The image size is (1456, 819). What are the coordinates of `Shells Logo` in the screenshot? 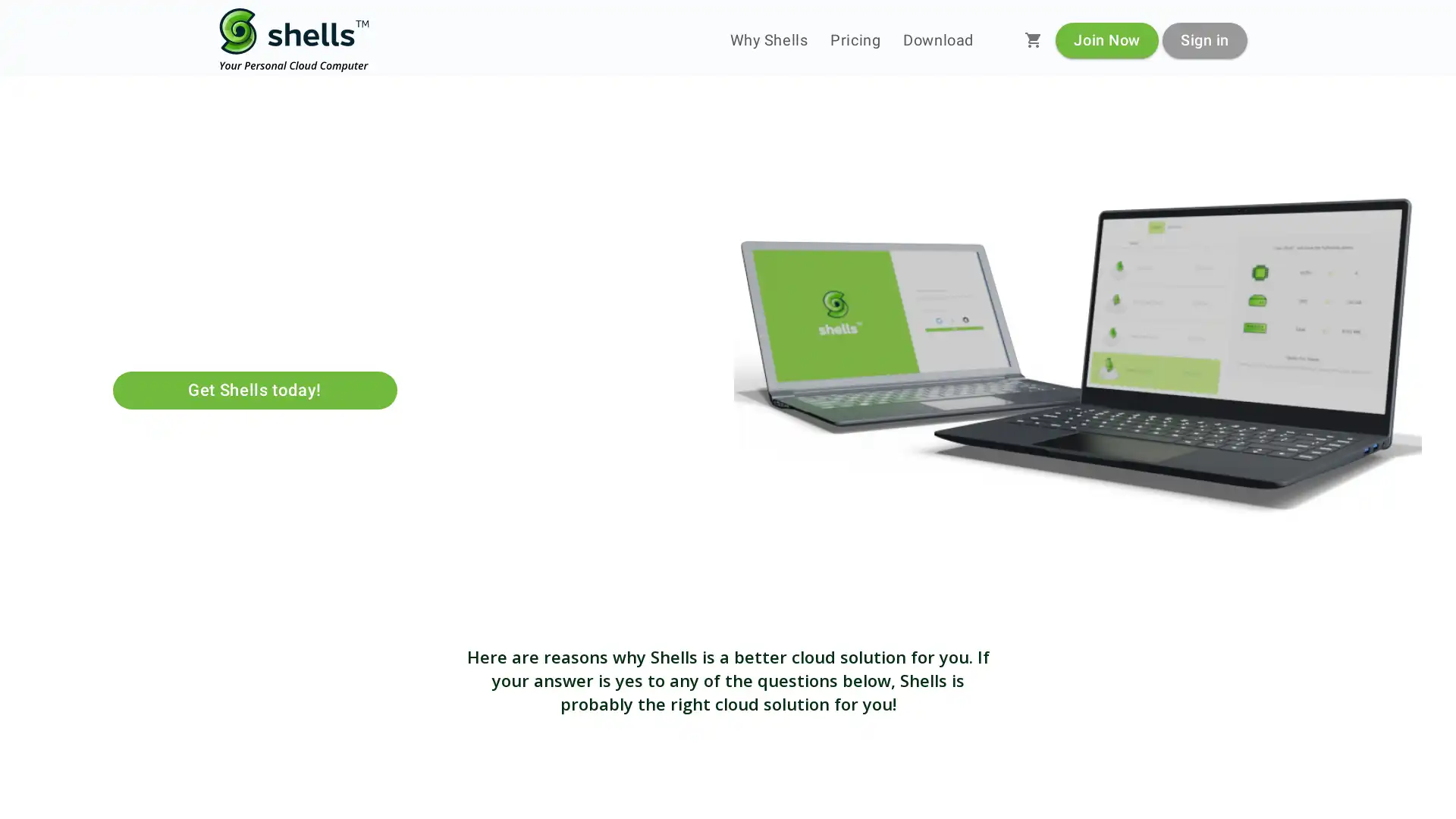 It's located at (294, 39).